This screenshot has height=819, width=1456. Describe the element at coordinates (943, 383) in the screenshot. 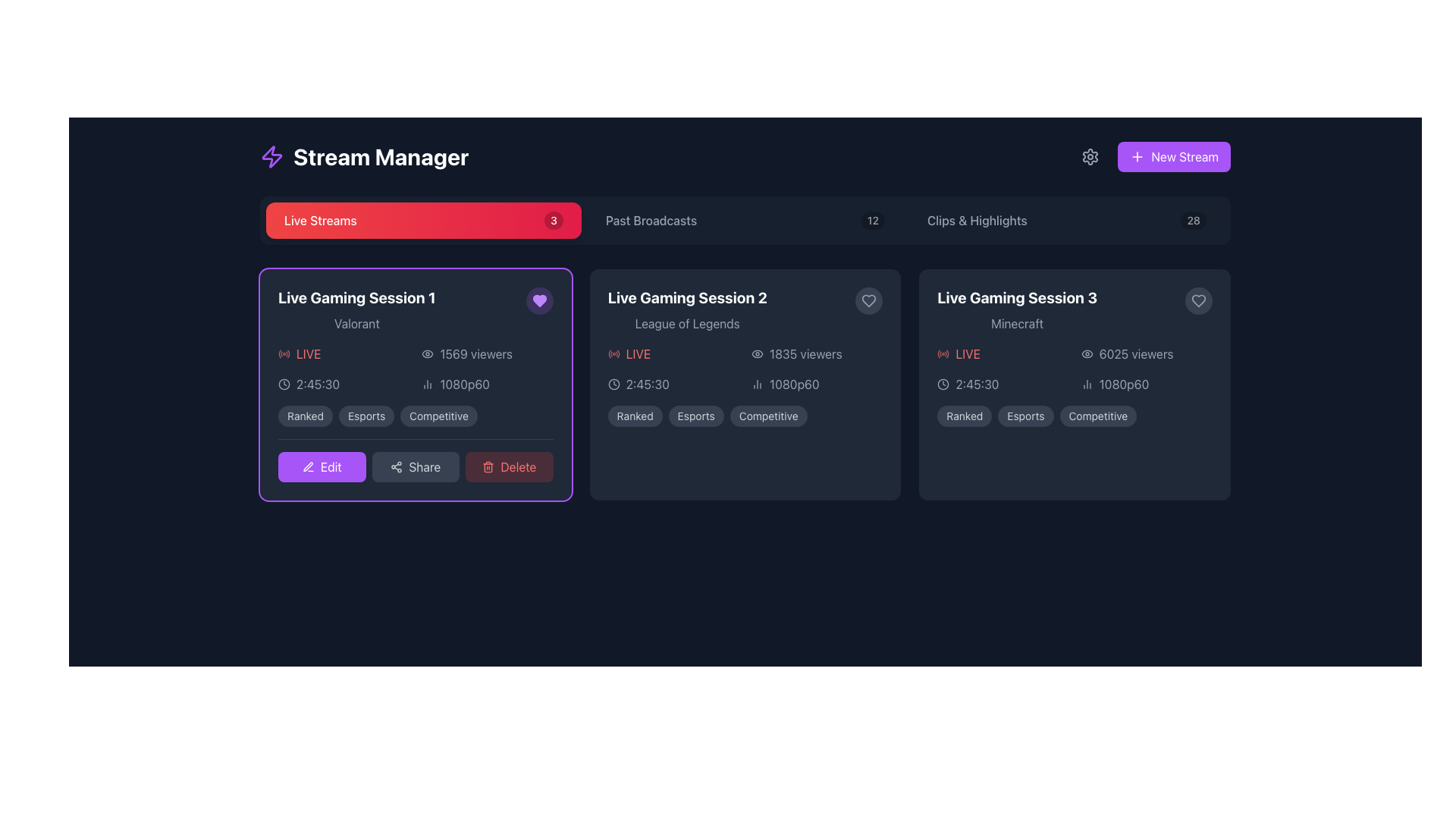

I see `the circular outline within the clock icon, which indicates time-related information about the live stream` at that location.